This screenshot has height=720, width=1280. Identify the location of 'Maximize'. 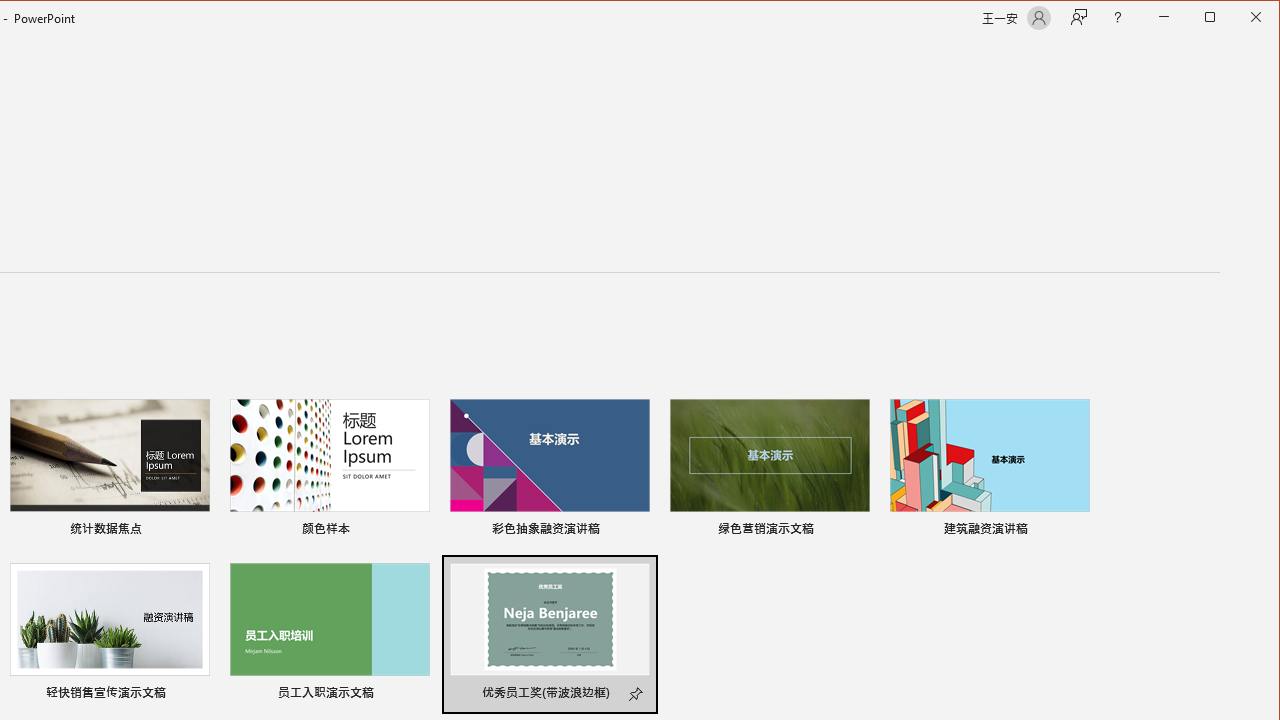
(1238, 19).